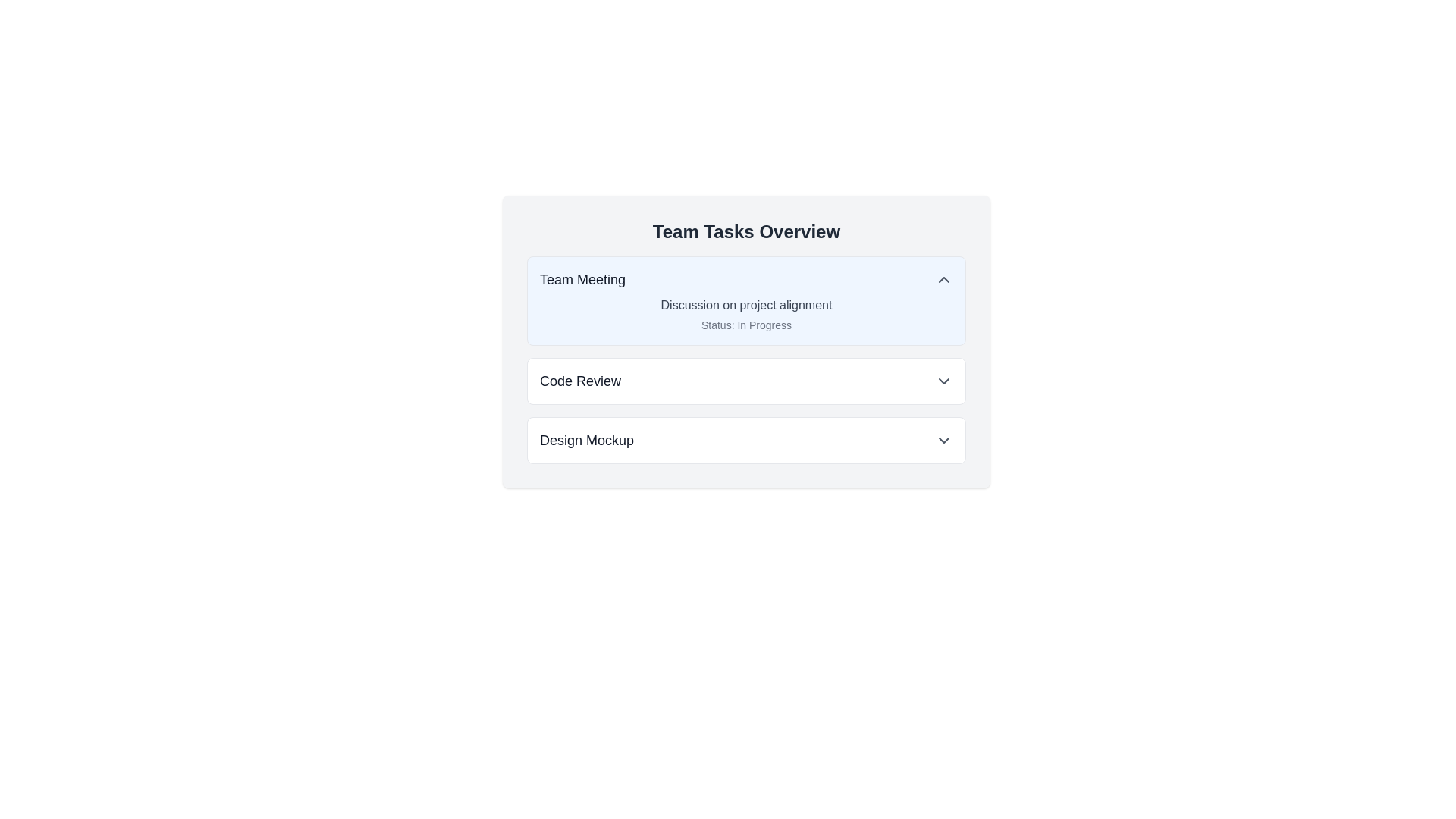 The height and width of the screenshot is (819, 1456). Describe the element at coordinates (746, 324) in the screenshot. I see `the status indicator text label located beneath the 'Discussion on project alignment' text in the 'Team Meeting' section` at that location.